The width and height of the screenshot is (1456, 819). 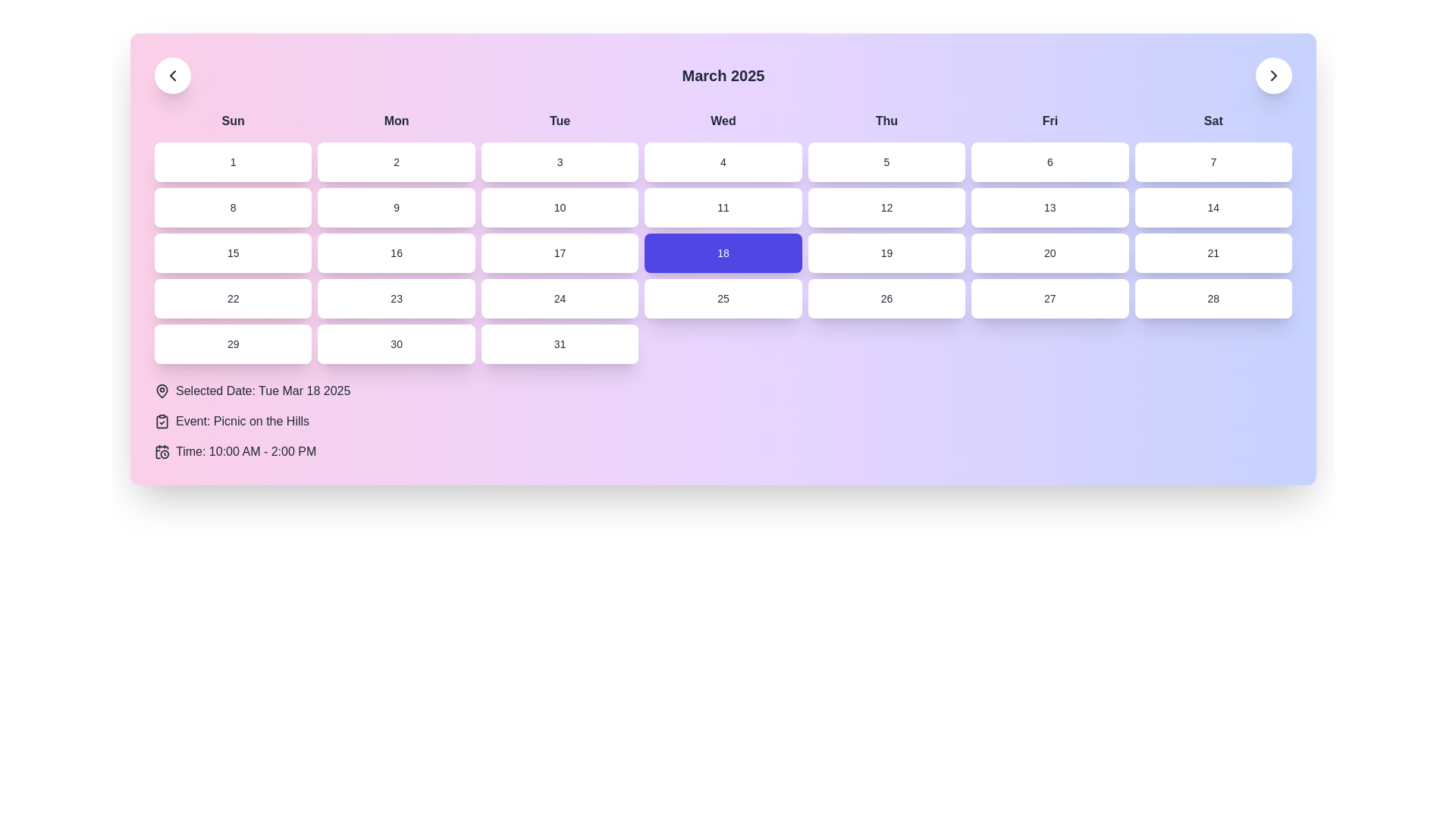 I want to click on the static text display showing 'Selected Date: Tue Mar 18 2025', which is bold and located to the right of a map pin icon, so click(x=263, y=391).